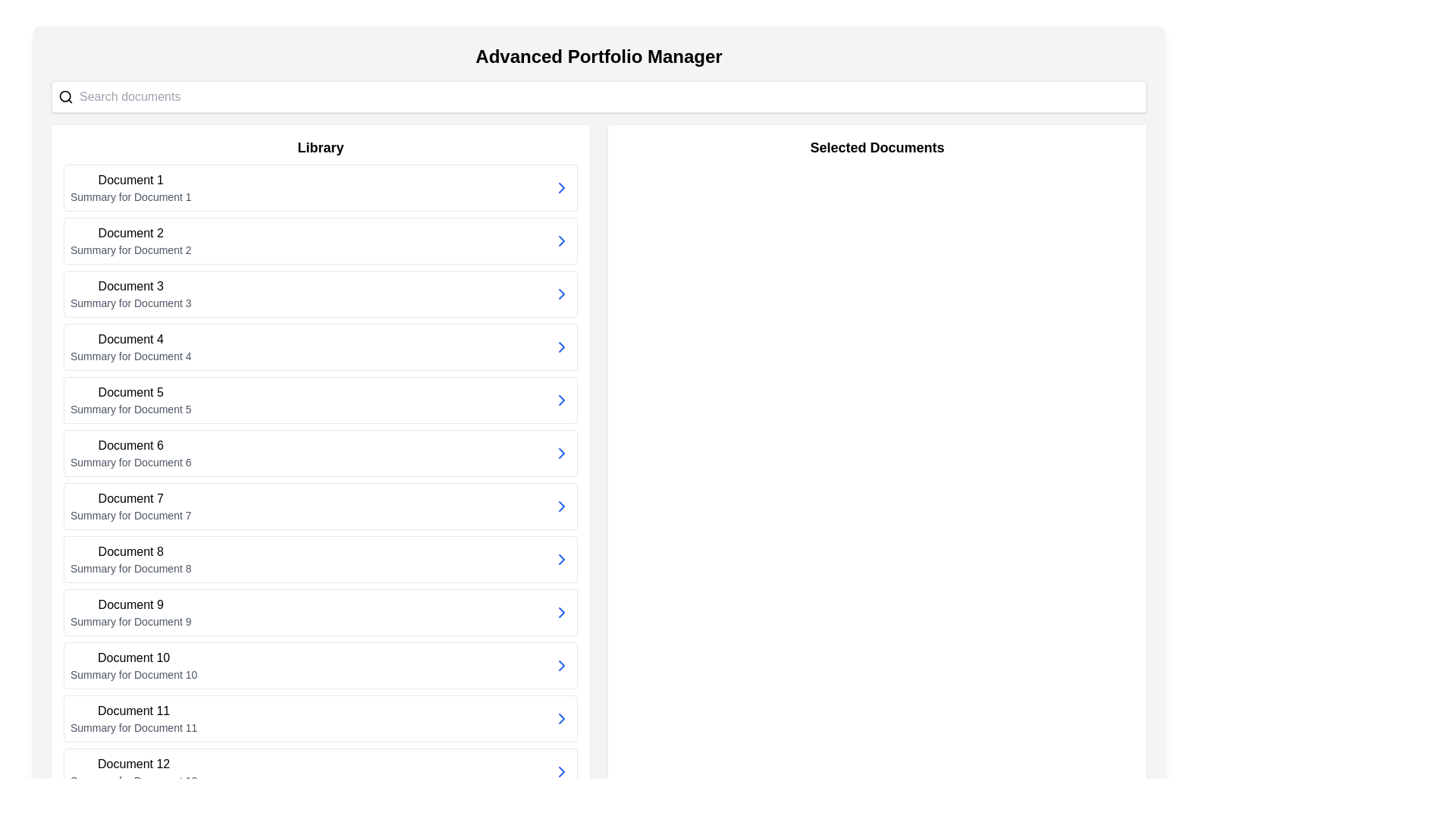 The image size is (1456, 819). I want to click on the main title text label of the 12th list item in the left-side library section, which is located above the summary text 'Summary for Document 12', so click(133, 764).